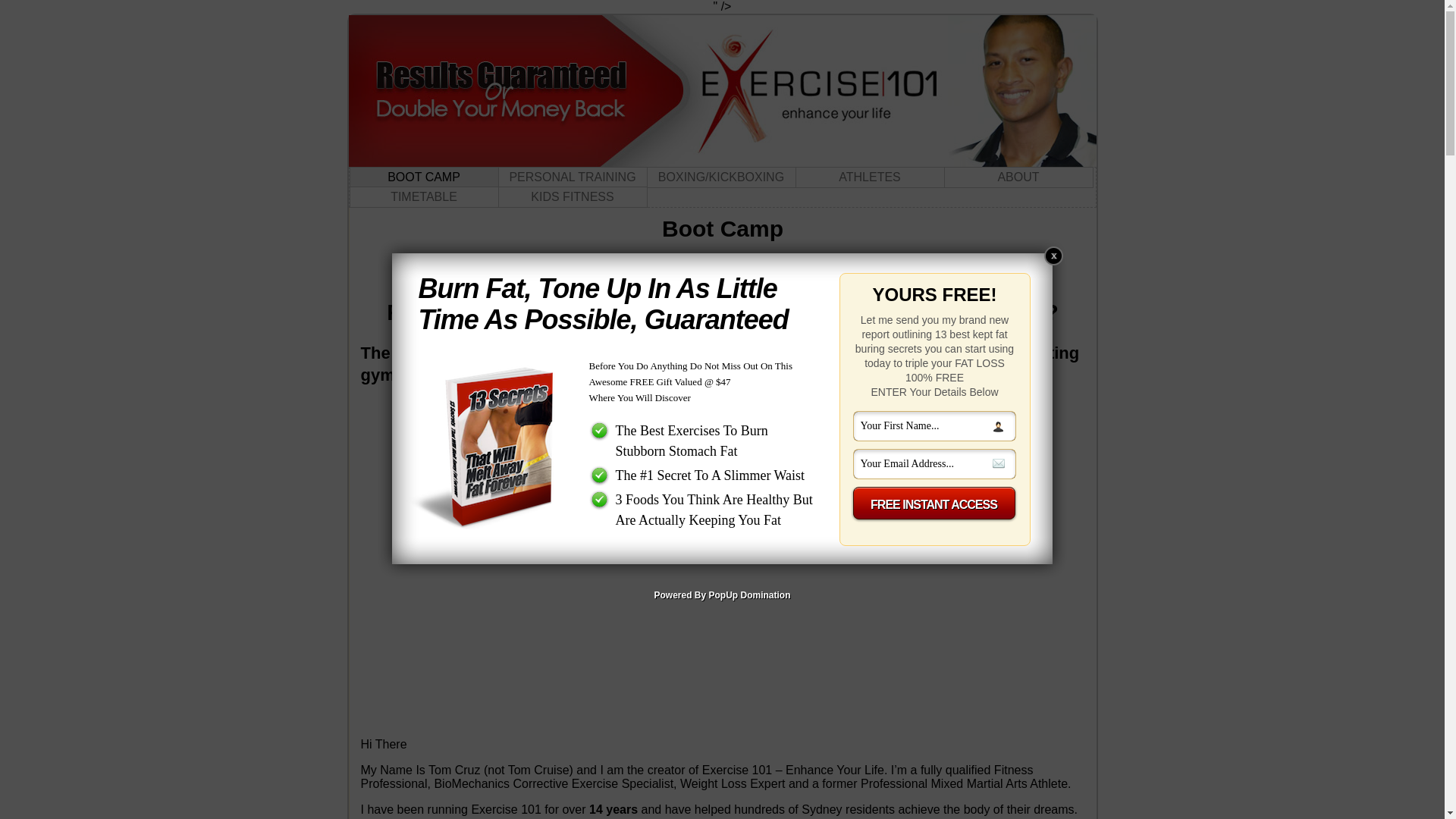  I want to click on 'Powered By PopUp Domination', so click(720, 595).